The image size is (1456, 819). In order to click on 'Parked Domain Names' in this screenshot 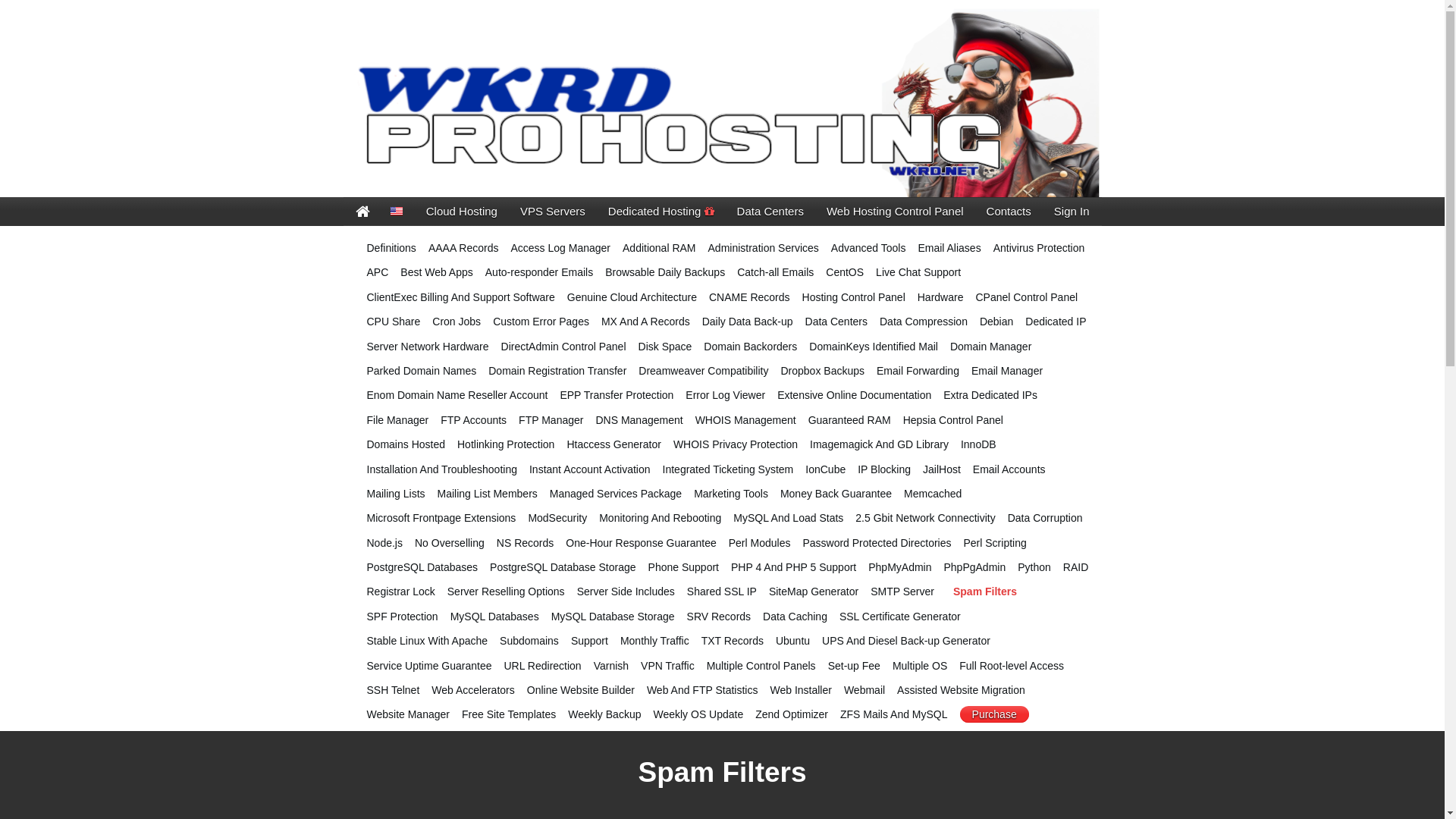, I will do `click(422, 371)`.